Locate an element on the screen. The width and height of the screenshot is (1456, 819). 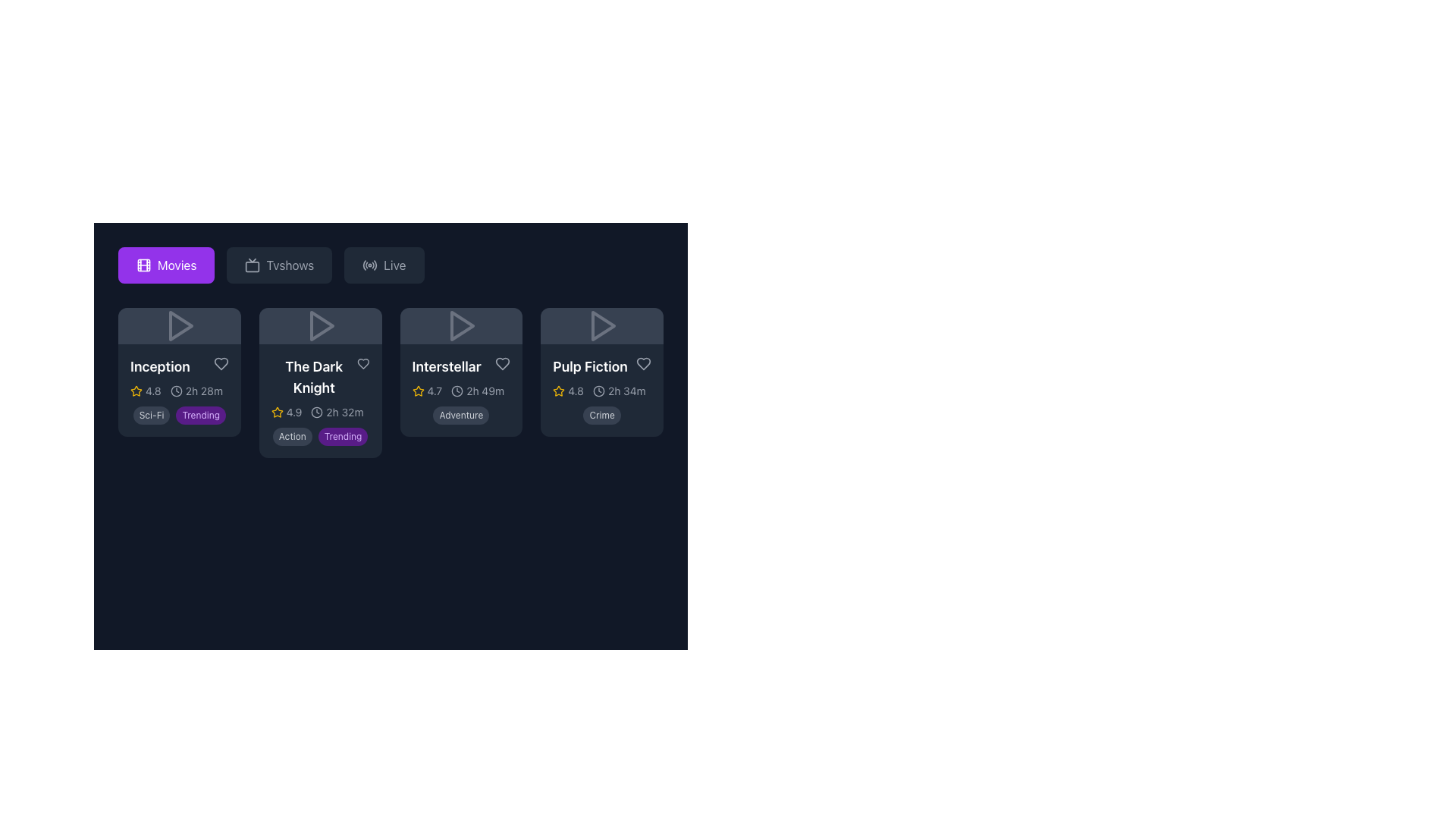
the text label reading 'Interstellar', which is styled with bold, white text and located centrally within its card, just below the movie thumbnail area is located at coordinates (446, 366).